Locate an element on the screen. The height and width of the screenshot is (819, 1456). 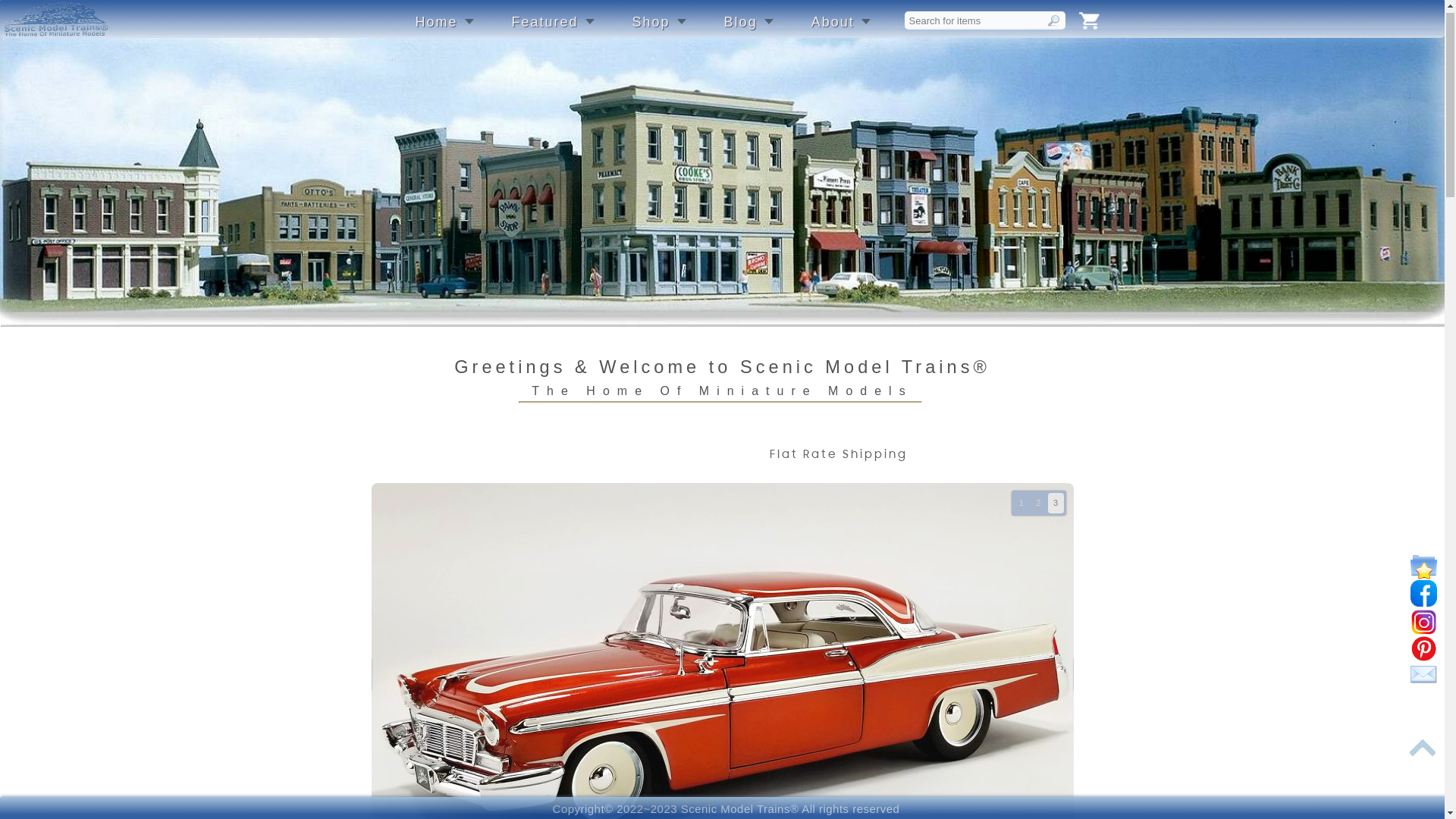
'Visit us on Instagam' is located at coordinates (1423, 629).